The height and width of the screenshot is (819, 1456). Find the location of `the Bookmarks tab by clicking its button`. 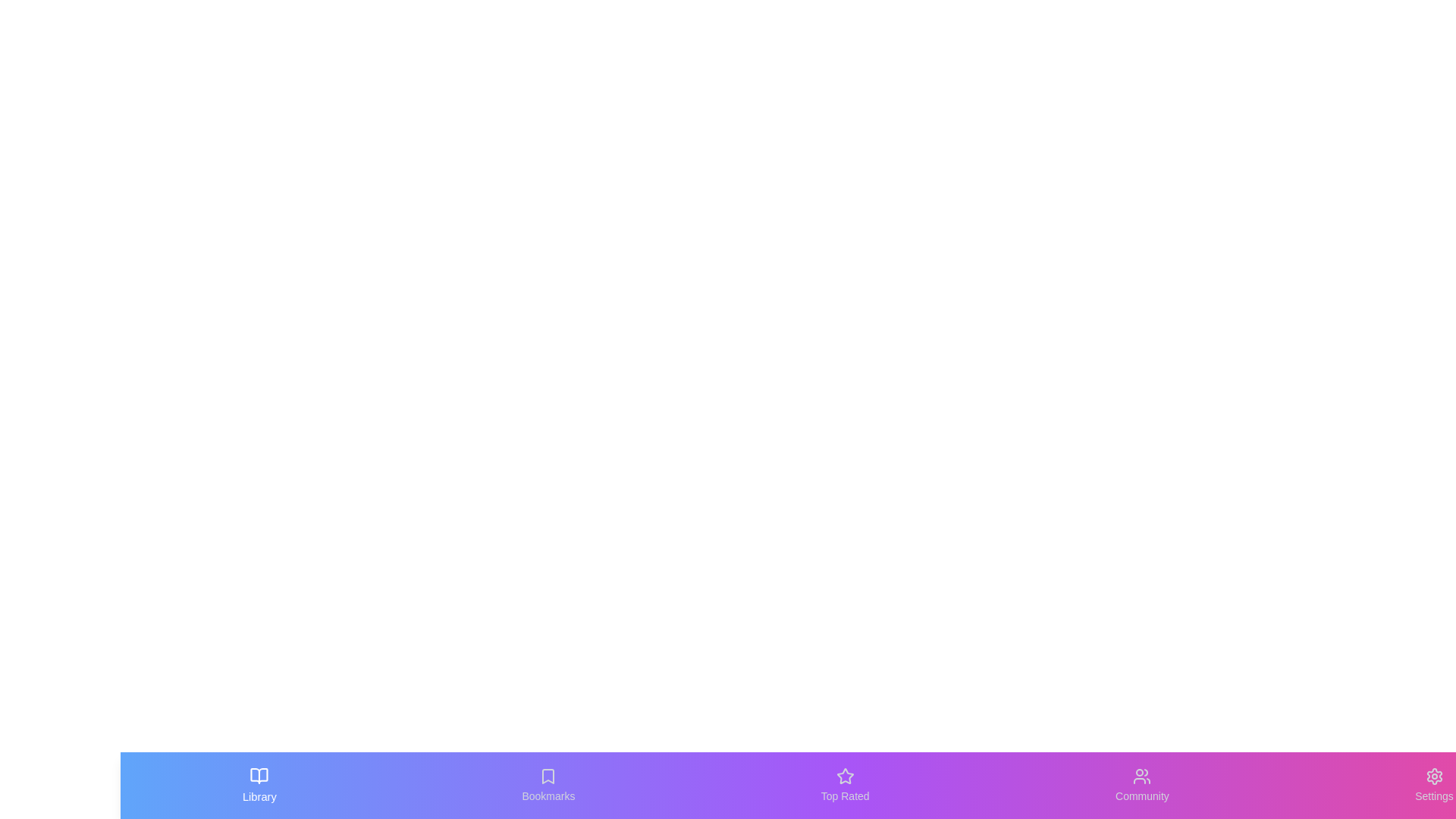

the Bookmarks tab by clicking its button is located at coordinates (548, 785).